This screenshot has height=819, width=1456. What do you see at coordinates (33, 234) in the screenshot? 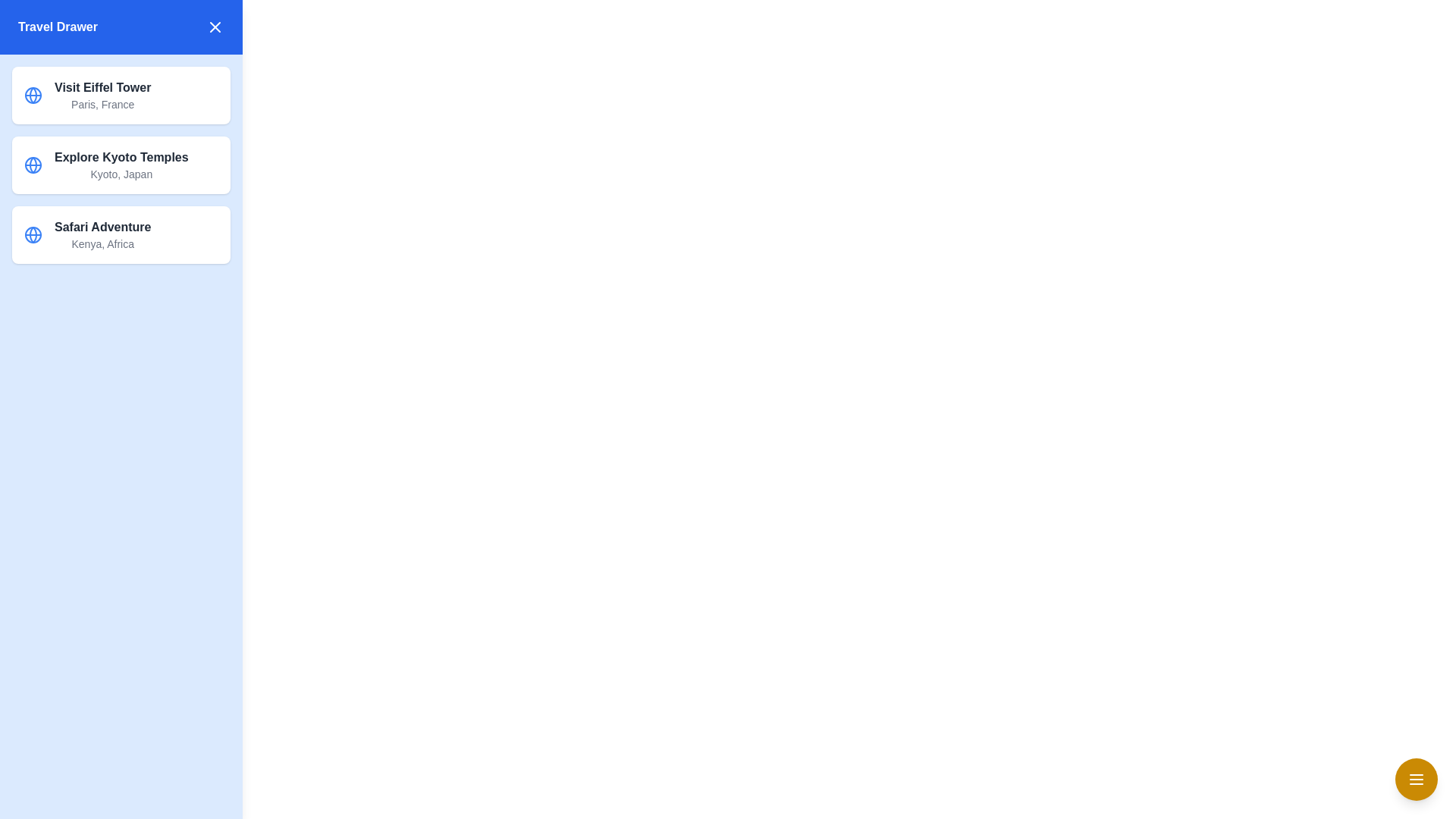
I see `the SVG Circle that is part of the third globe icon on the left of the 'Safari Adventure' item in the list` at bounding box center [33, 234].